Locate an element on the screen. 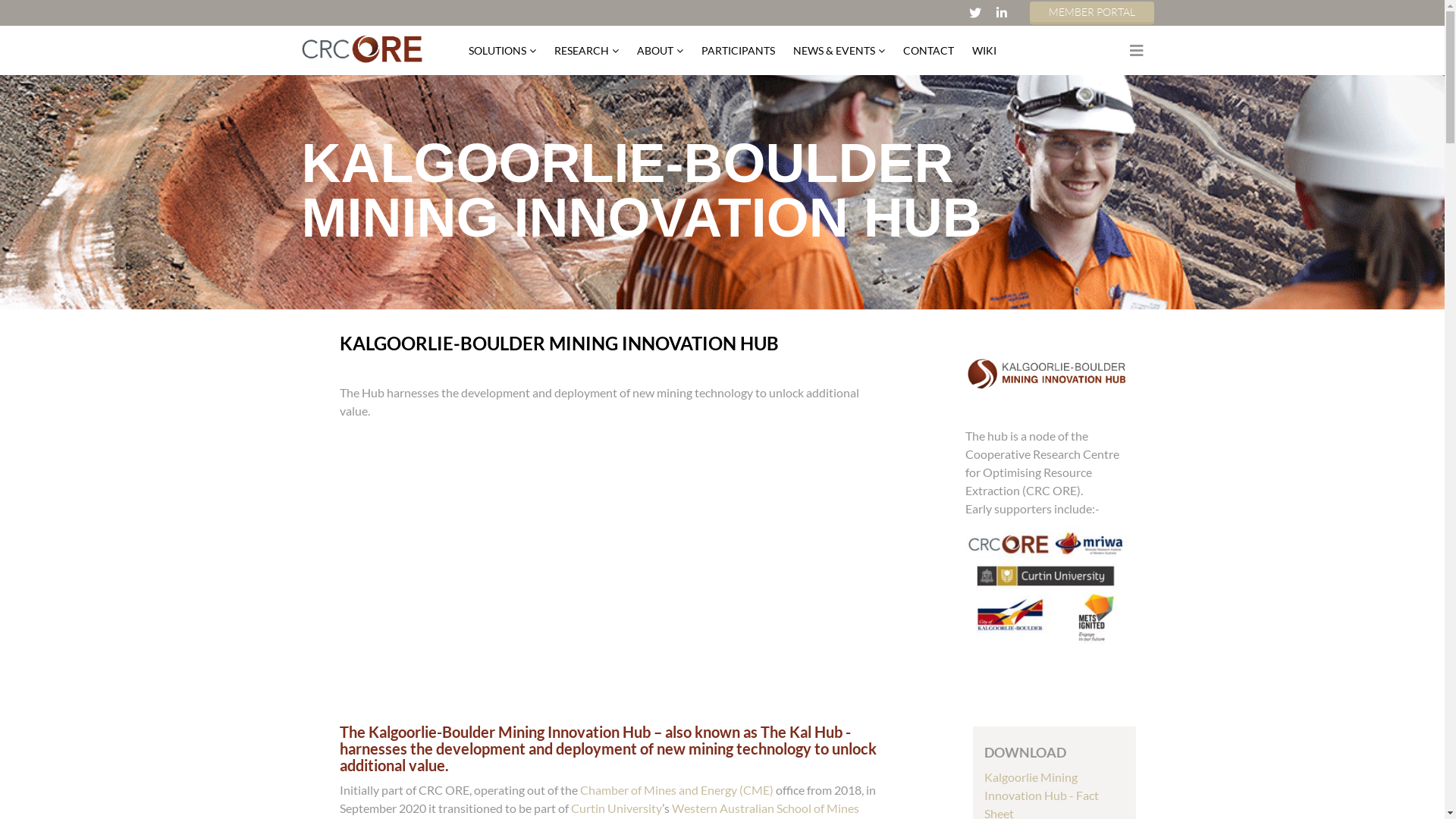  'YouTube video player' is located at coordinates (584, 570).